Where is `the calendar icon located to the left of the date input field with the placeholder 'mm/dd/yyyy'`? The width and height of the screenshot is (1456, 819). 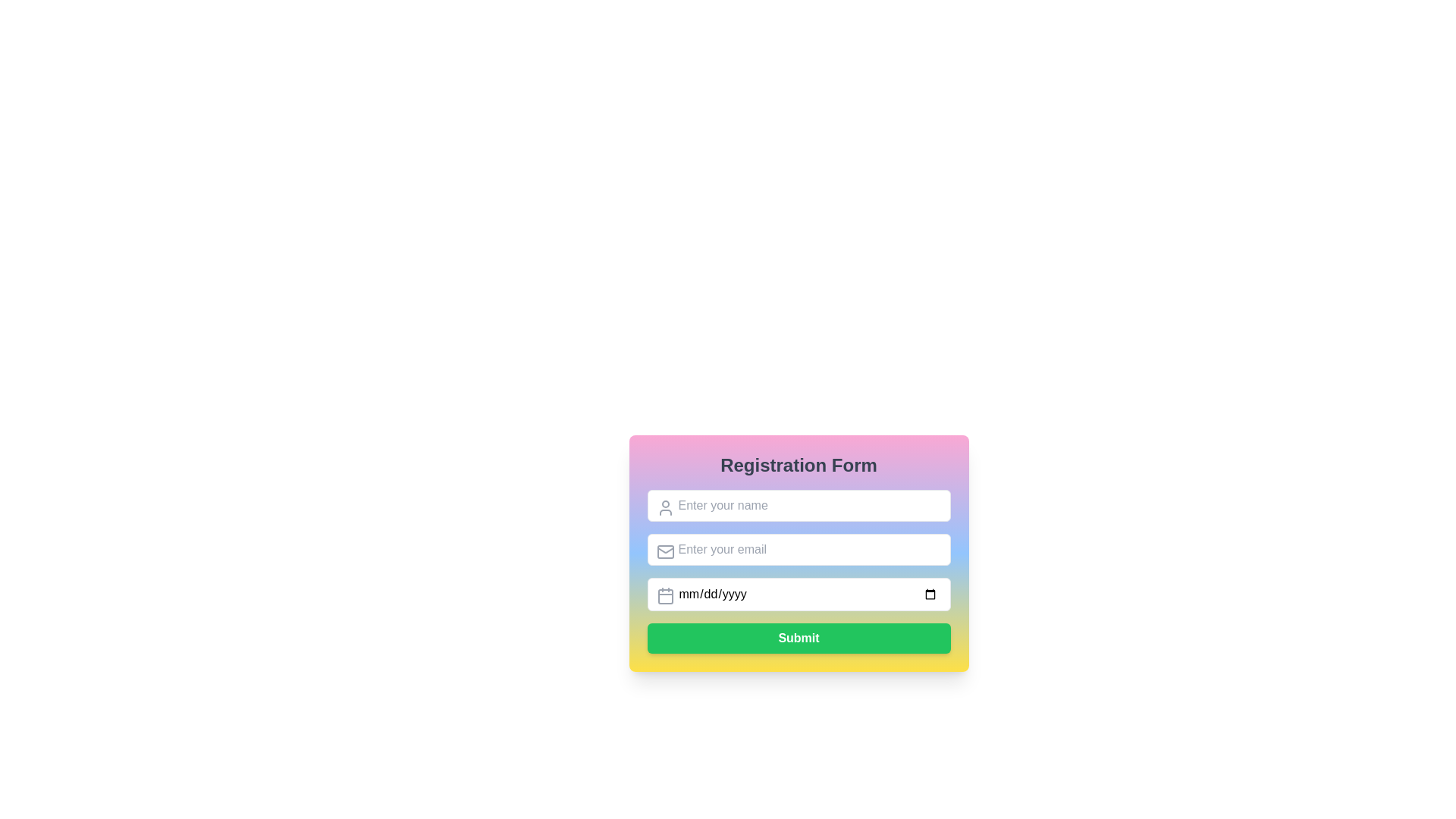 the calendar icon located to the left of the date input field with the placeholder 'mm/dd/yyyy' is located at coordinates (665, 595).